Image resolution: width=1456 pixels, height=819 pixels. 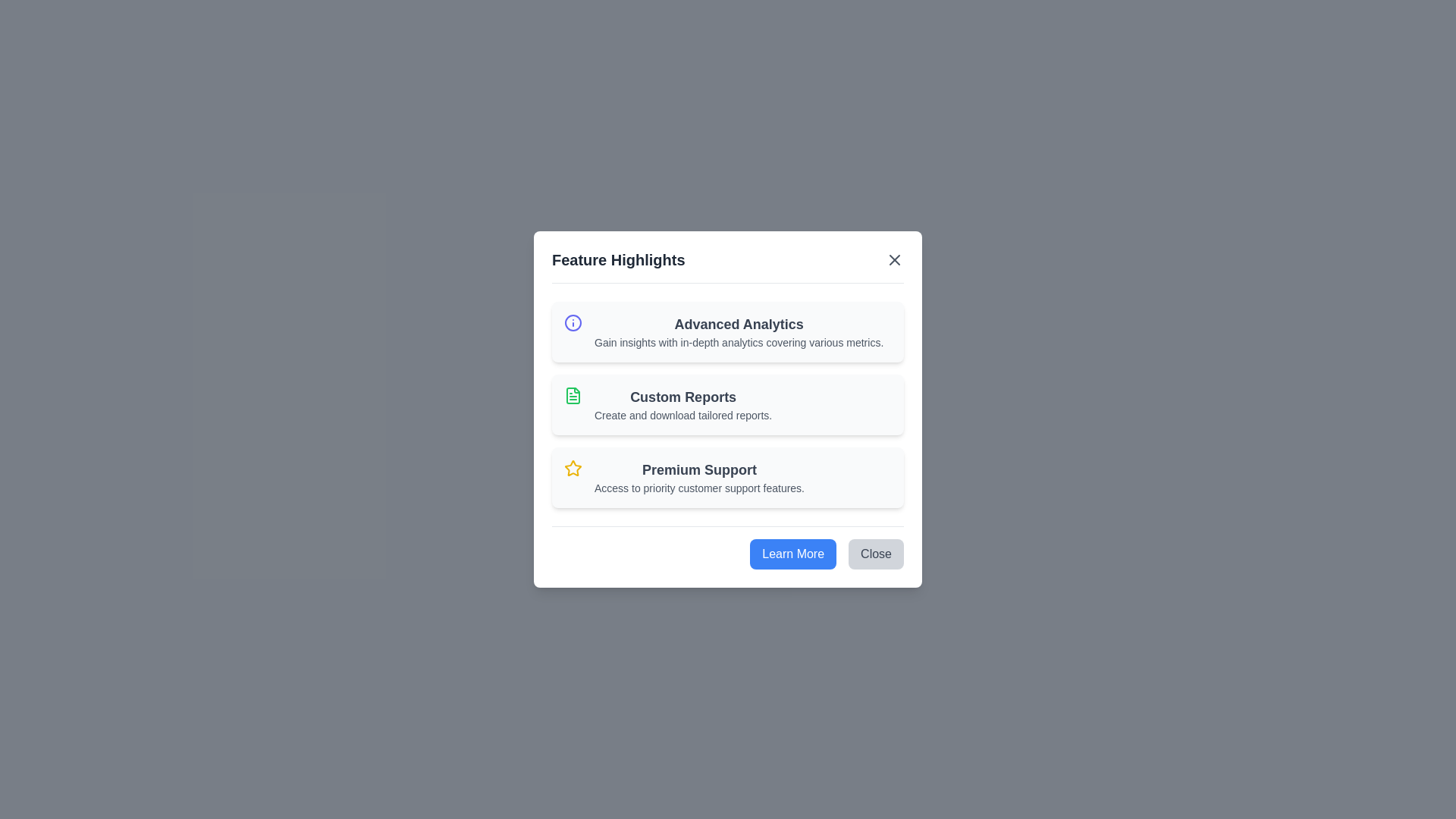 I want to click on the 'Close' button, which is a rectangular button with a light gray background and dark gray text, located at the bottom-right corner of the dialog, adjacent to the 'Learn More' button, so click(x=876, y=554).